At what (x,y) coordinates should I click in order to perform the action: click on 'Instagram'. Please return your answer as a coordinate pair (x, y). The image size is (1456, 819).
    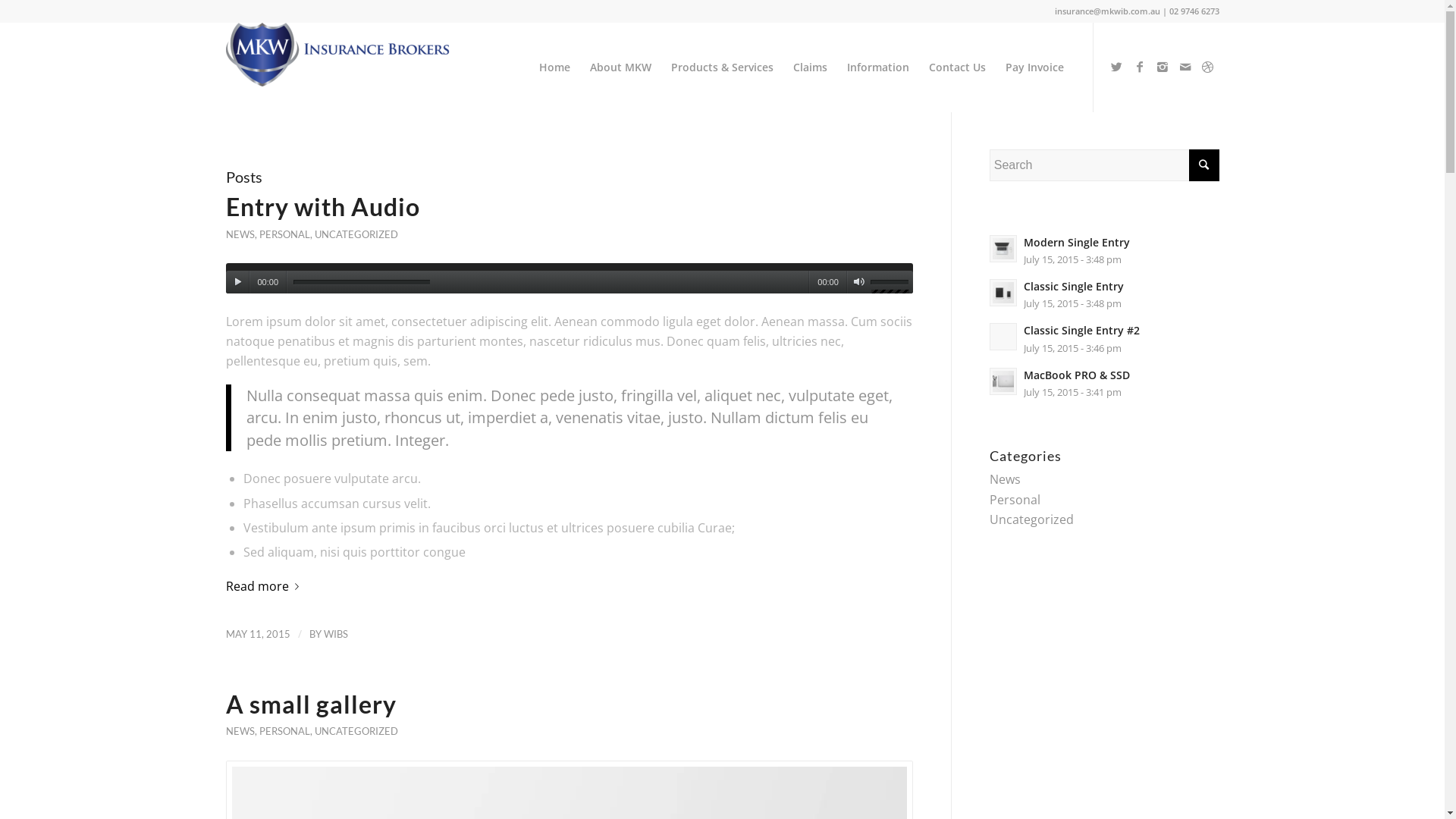
    Looking at the image, I should click on (1161, 66).